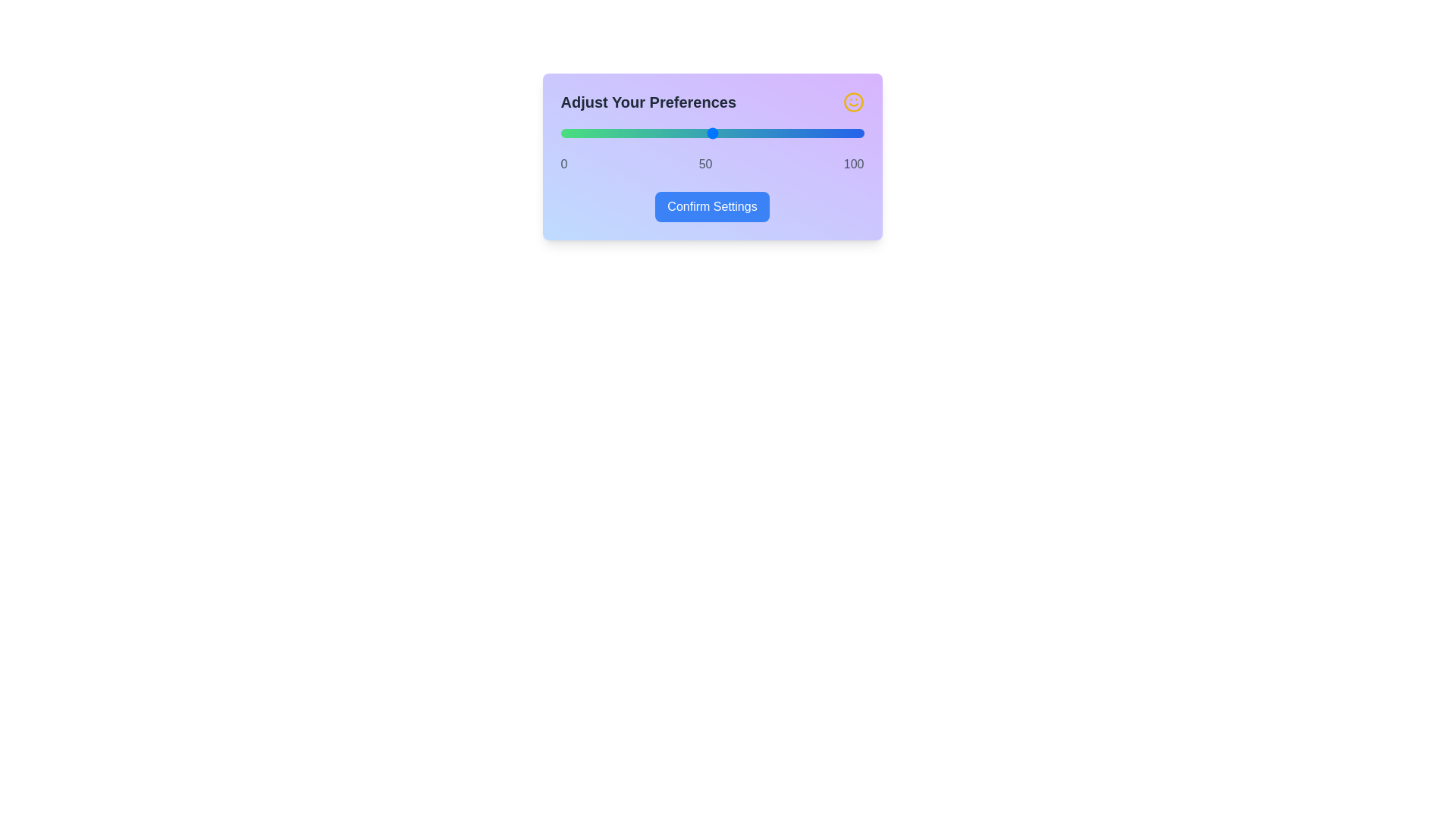 The image size is (1456, 819). I want to click on the slider to set the value to 40, so click(681, 133).